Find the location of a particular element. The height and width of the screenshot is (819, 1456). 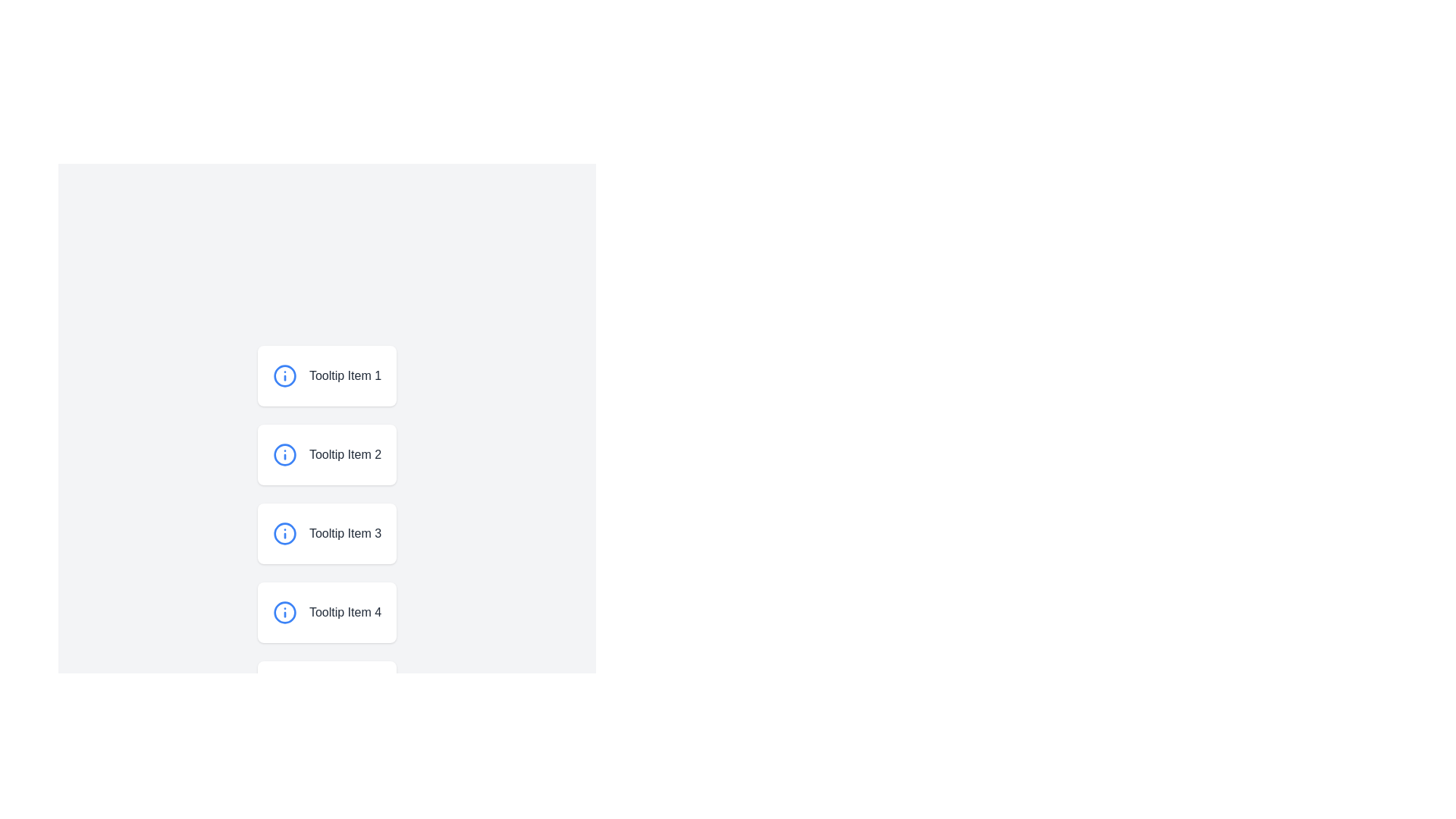

text label displaying 'Tooltip Item 4', which is styled with a slightly bold font and gray color, positioned as the fourth item in a list next to a blue circular icon is located at coordinates (338, 611).